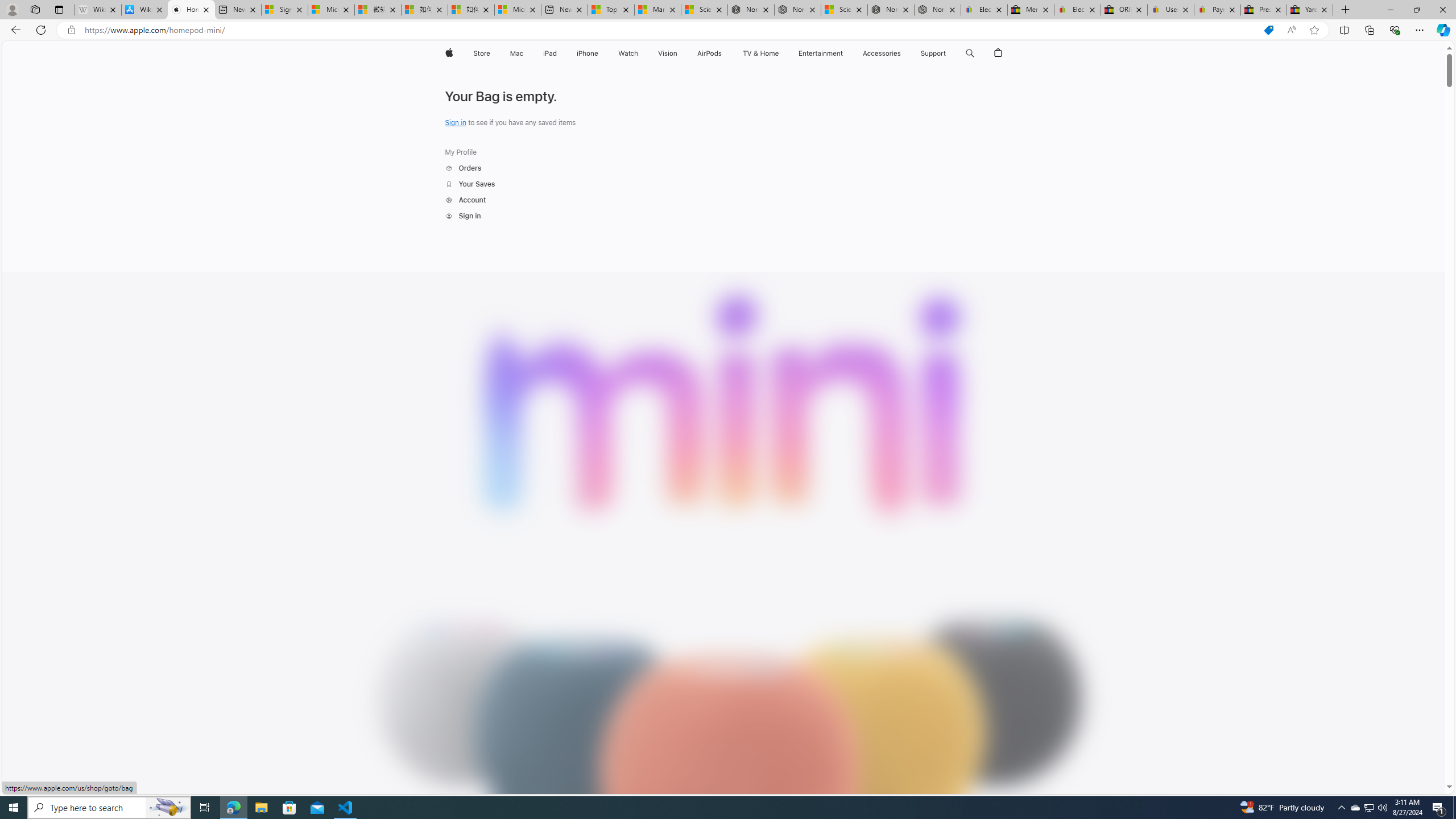 The height and width of the screenshot is (819, 1456). Describe the element at coordinates (760, 53) in the screenshot. I see `'TV and Home'` at that location.